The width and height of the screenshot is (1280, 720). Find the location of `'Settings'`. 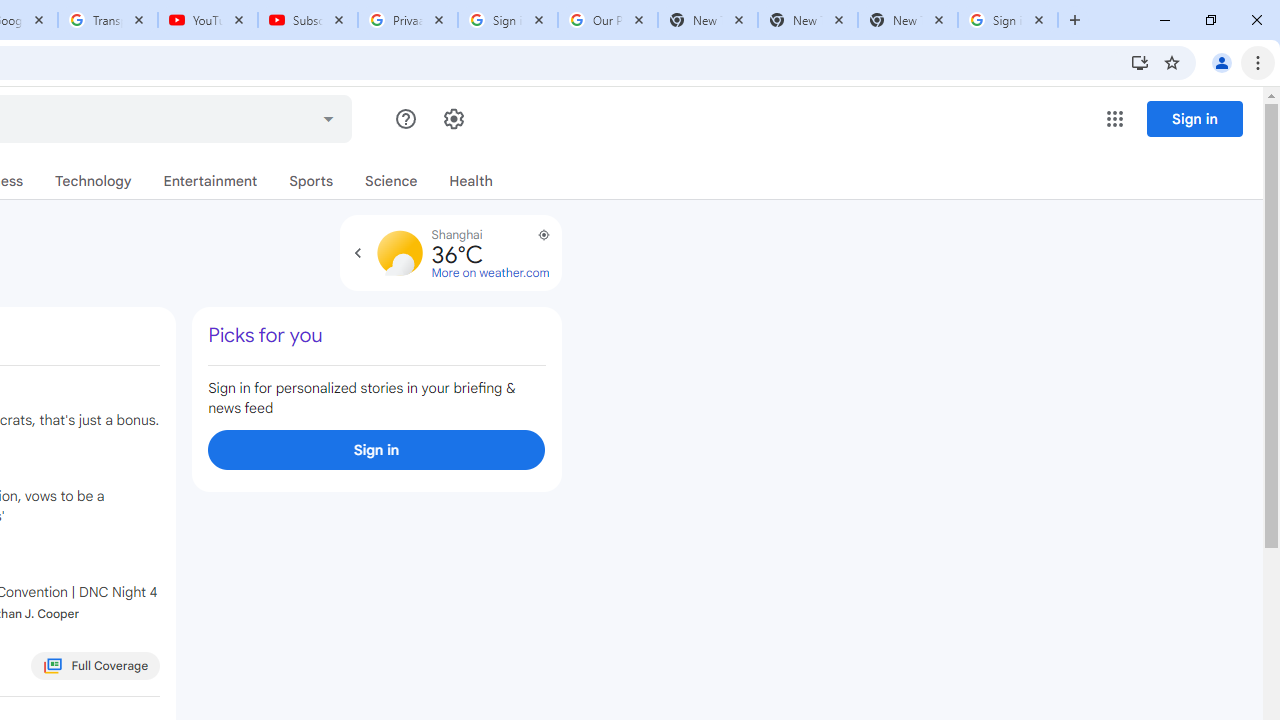

'Settings' is located at coordinates (452, 119).